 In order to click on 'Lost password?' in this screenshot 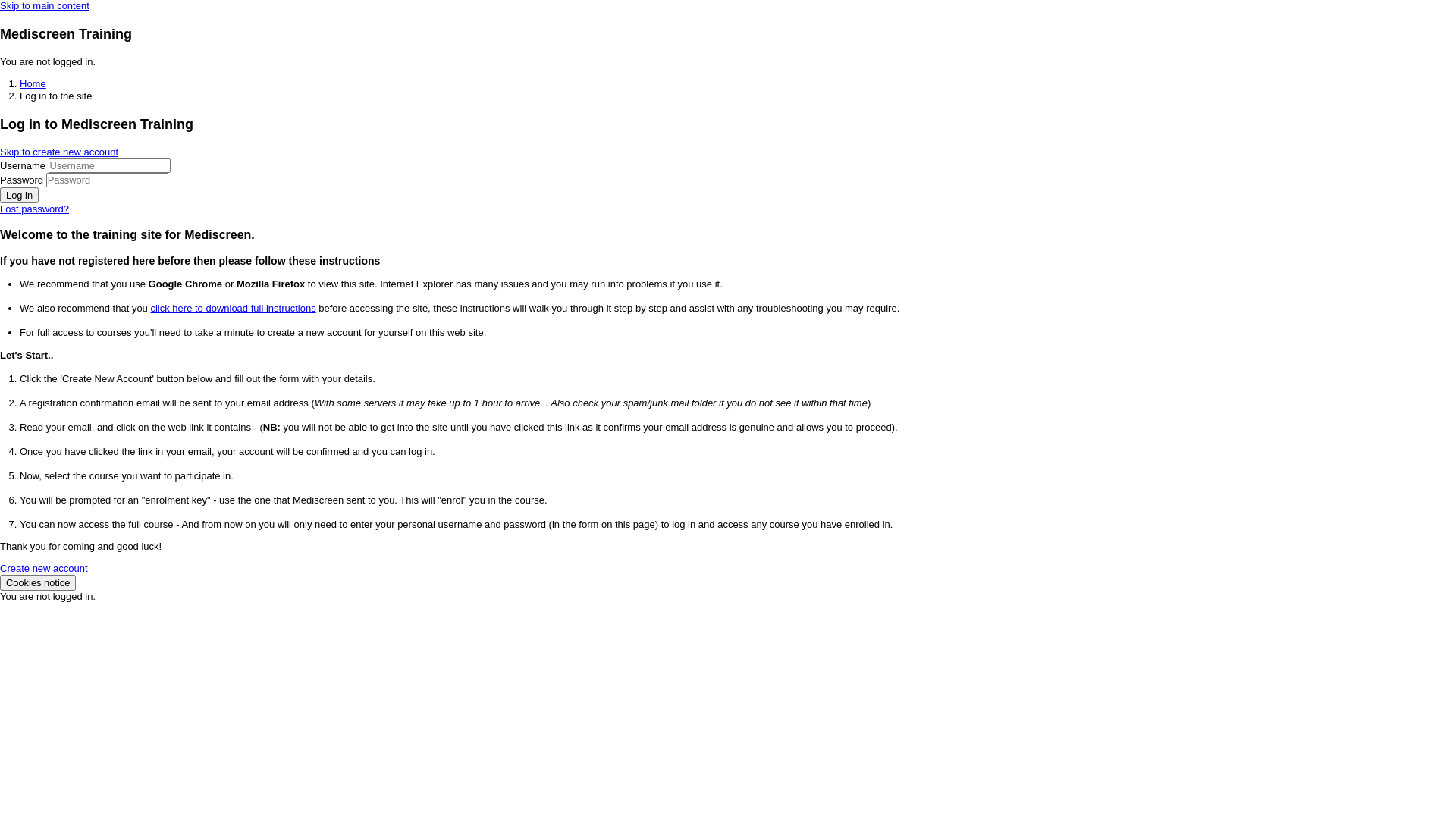, I will do `click(34, 209)`.